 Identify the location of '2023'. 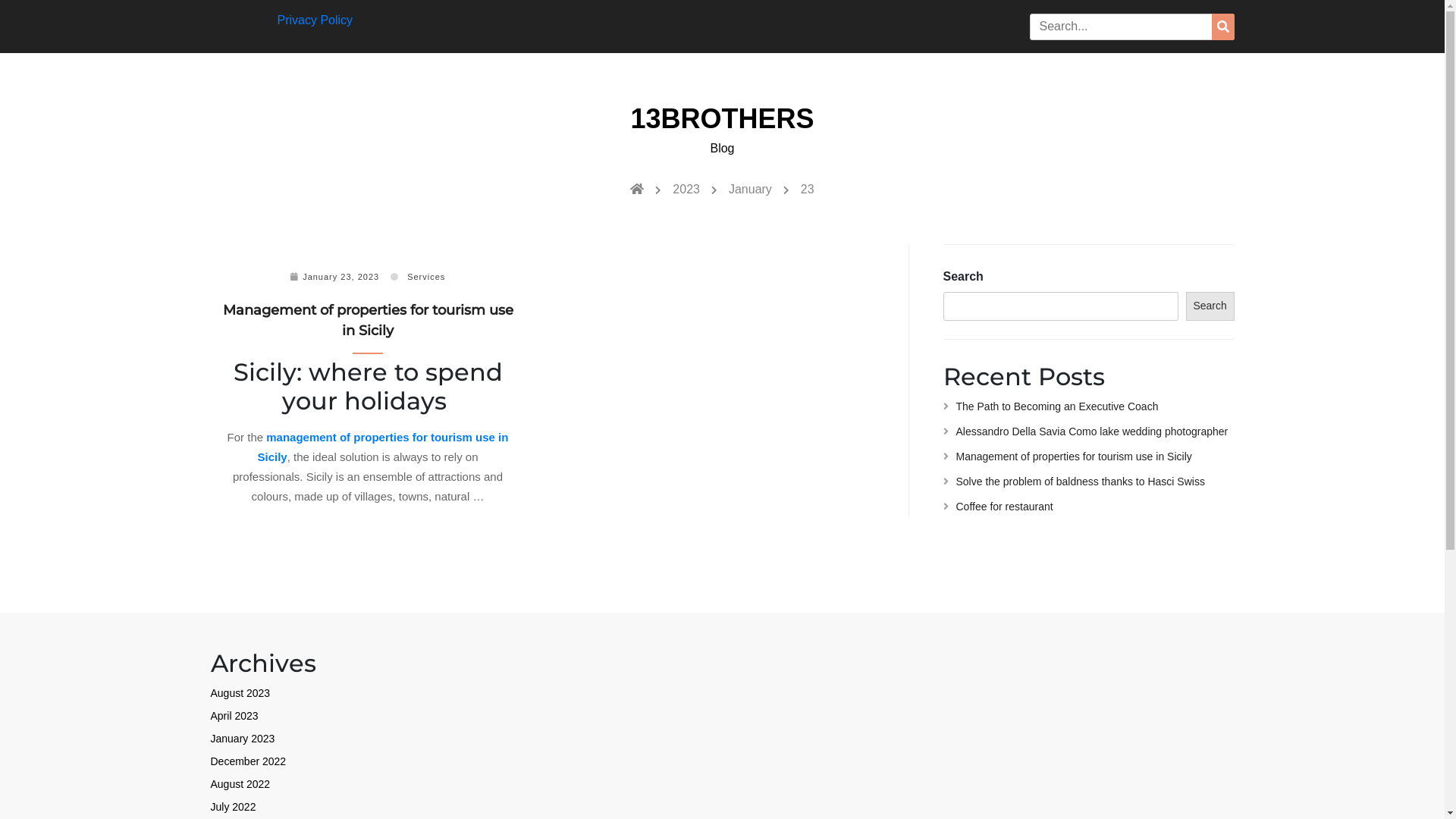
(686, 188).